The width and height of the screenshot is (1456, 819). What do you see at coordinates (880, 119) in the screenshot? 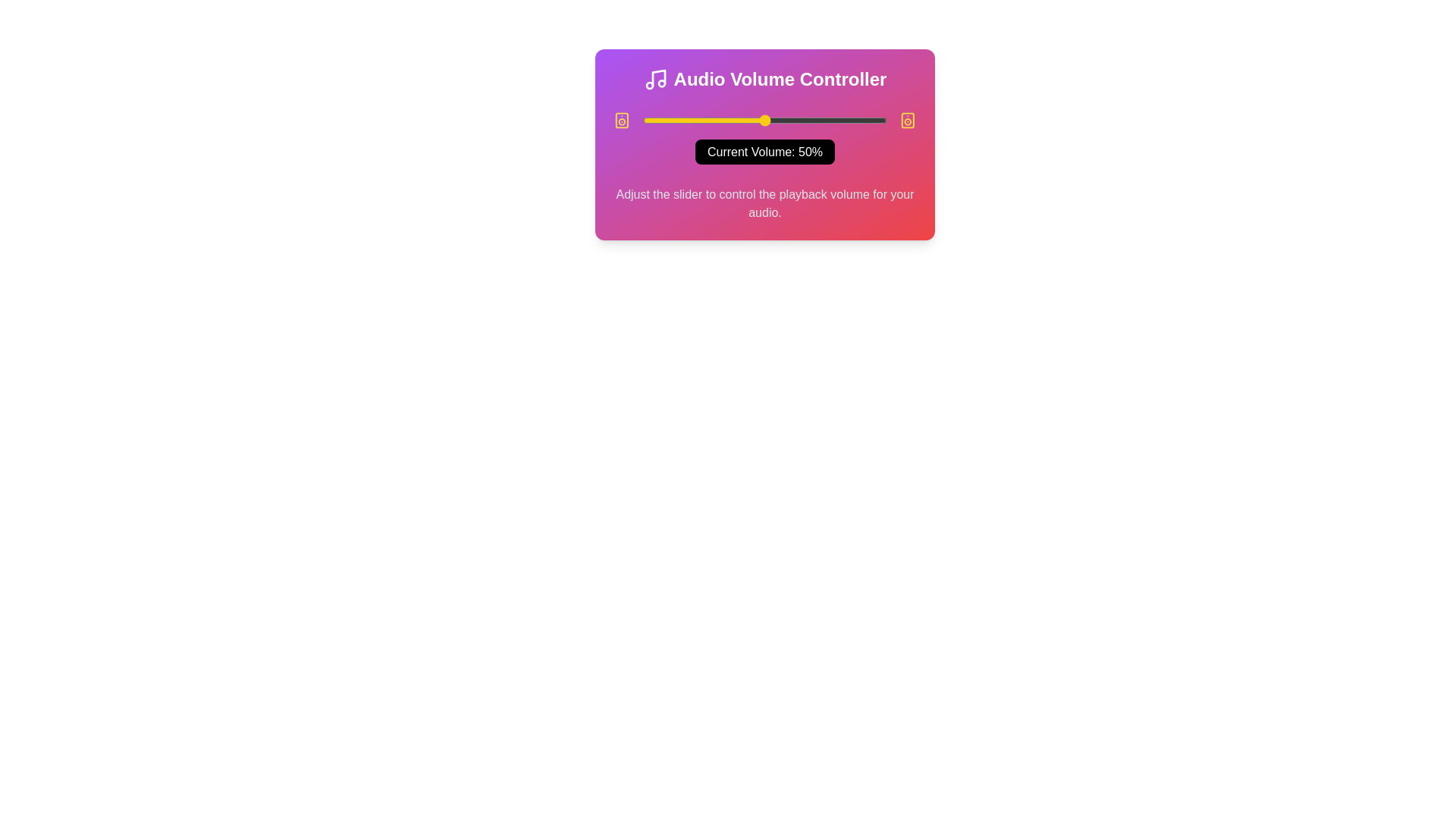
I see `the slider to set the volume to 97%` at bounding box center [880, 119].